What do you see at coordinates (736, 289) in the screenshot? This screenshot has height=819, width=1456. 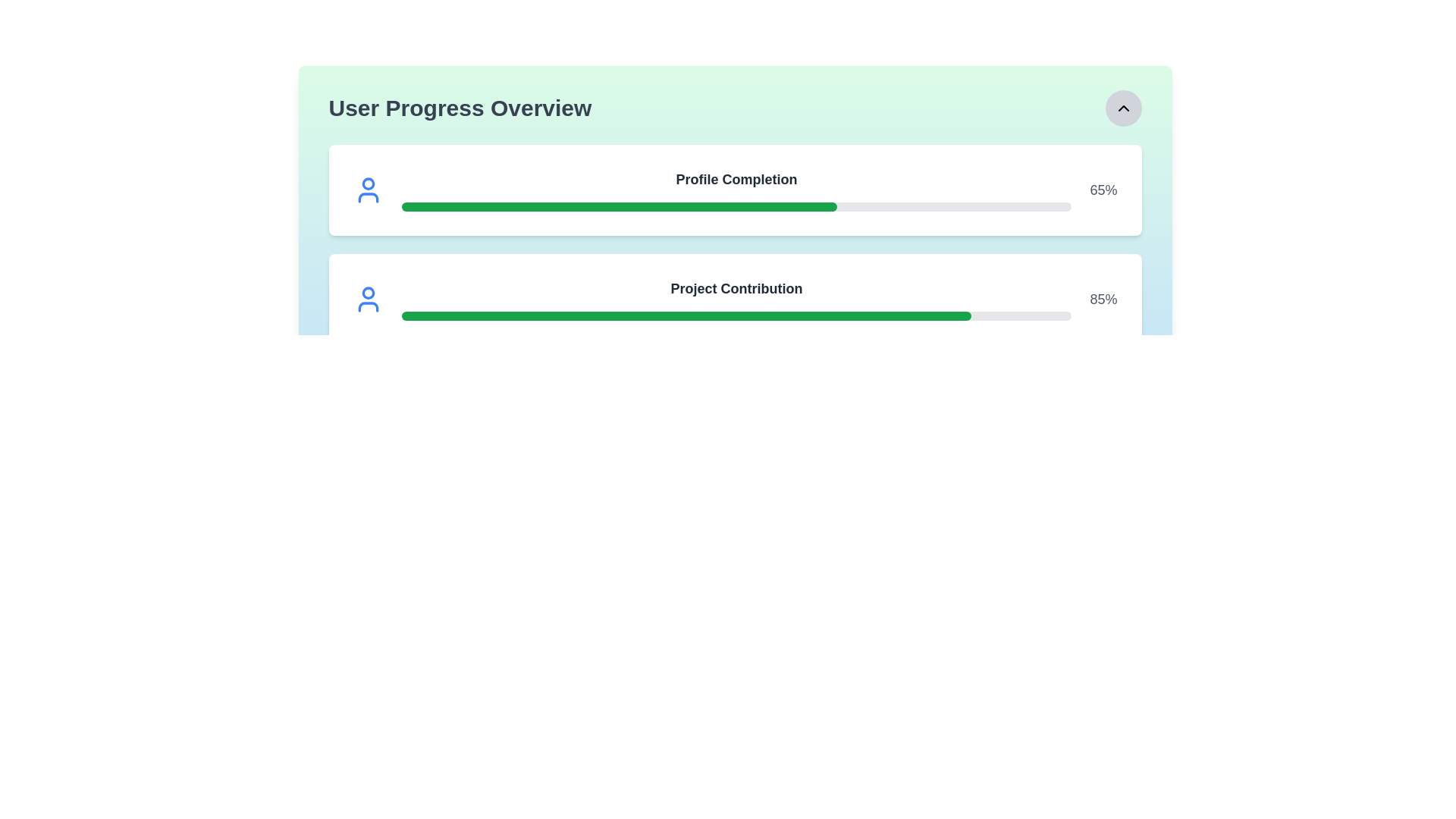 I see `the descriptive title text label for the progress bar indicating the user's contribution to a specific project, which is centered above the green and gray progress bar` at bounding box center [736, 289].